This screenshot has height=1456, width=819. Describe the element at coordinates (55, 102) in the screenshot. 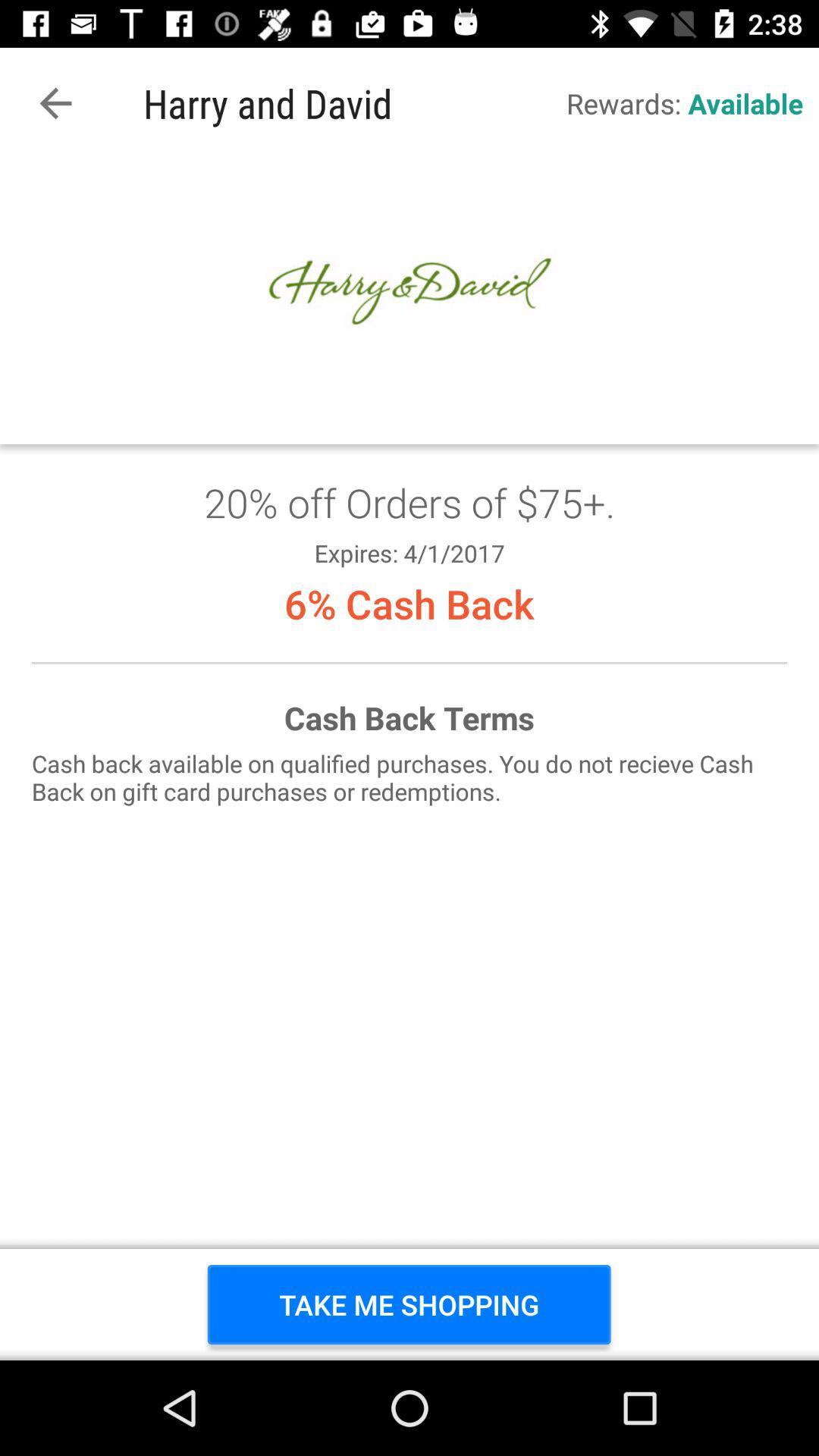

I see `item to the left of the harry and david item` at that location.